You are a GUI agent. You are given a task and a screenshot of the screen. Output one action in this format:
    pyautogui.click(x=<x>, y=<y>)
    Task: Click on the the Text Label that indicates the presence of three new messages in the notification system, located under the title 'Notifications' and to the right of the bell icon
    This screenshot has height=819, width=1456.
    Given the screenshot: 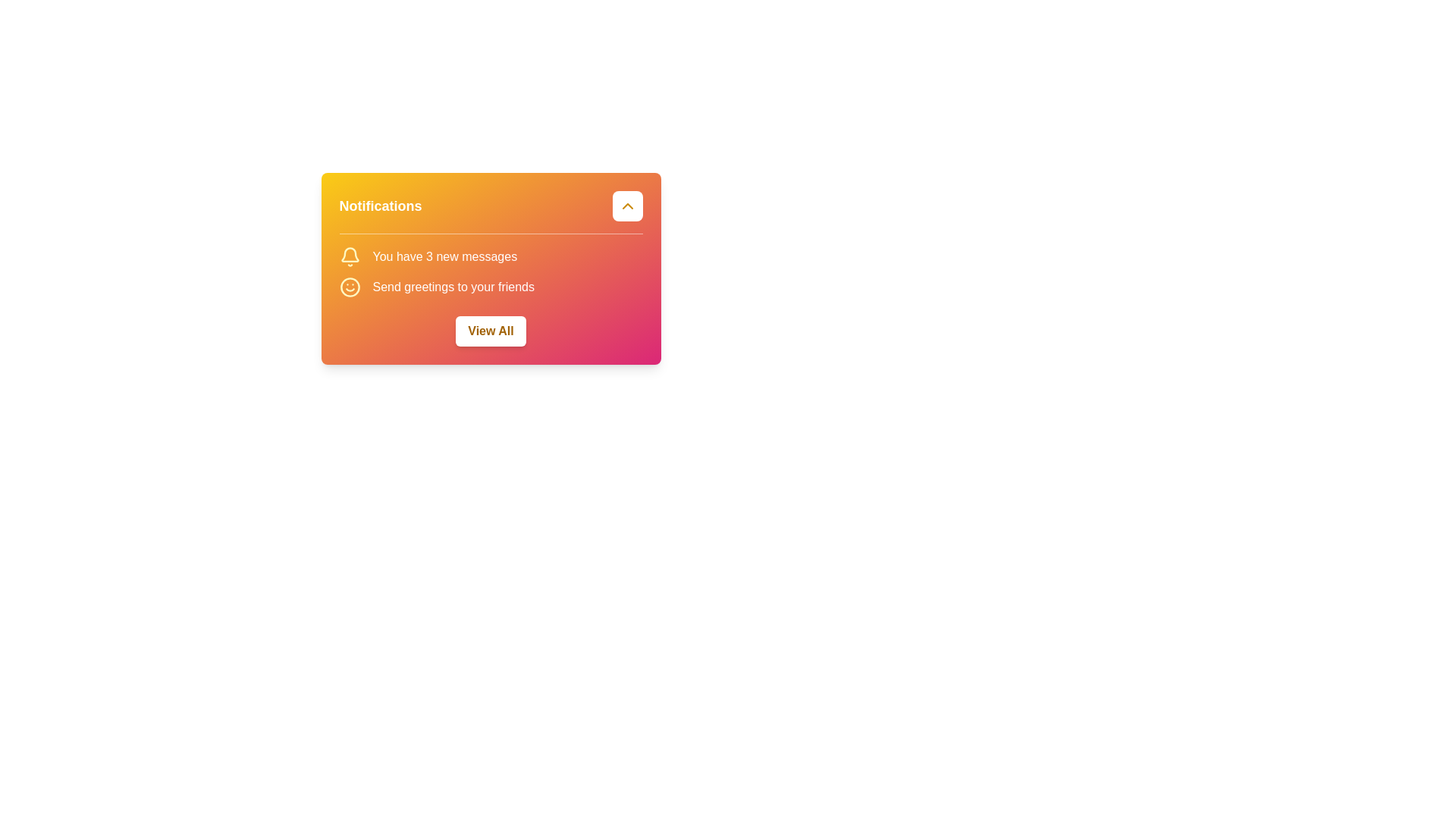 What is the action you would take?
    pyautogui.click(x=444, y=256)
    